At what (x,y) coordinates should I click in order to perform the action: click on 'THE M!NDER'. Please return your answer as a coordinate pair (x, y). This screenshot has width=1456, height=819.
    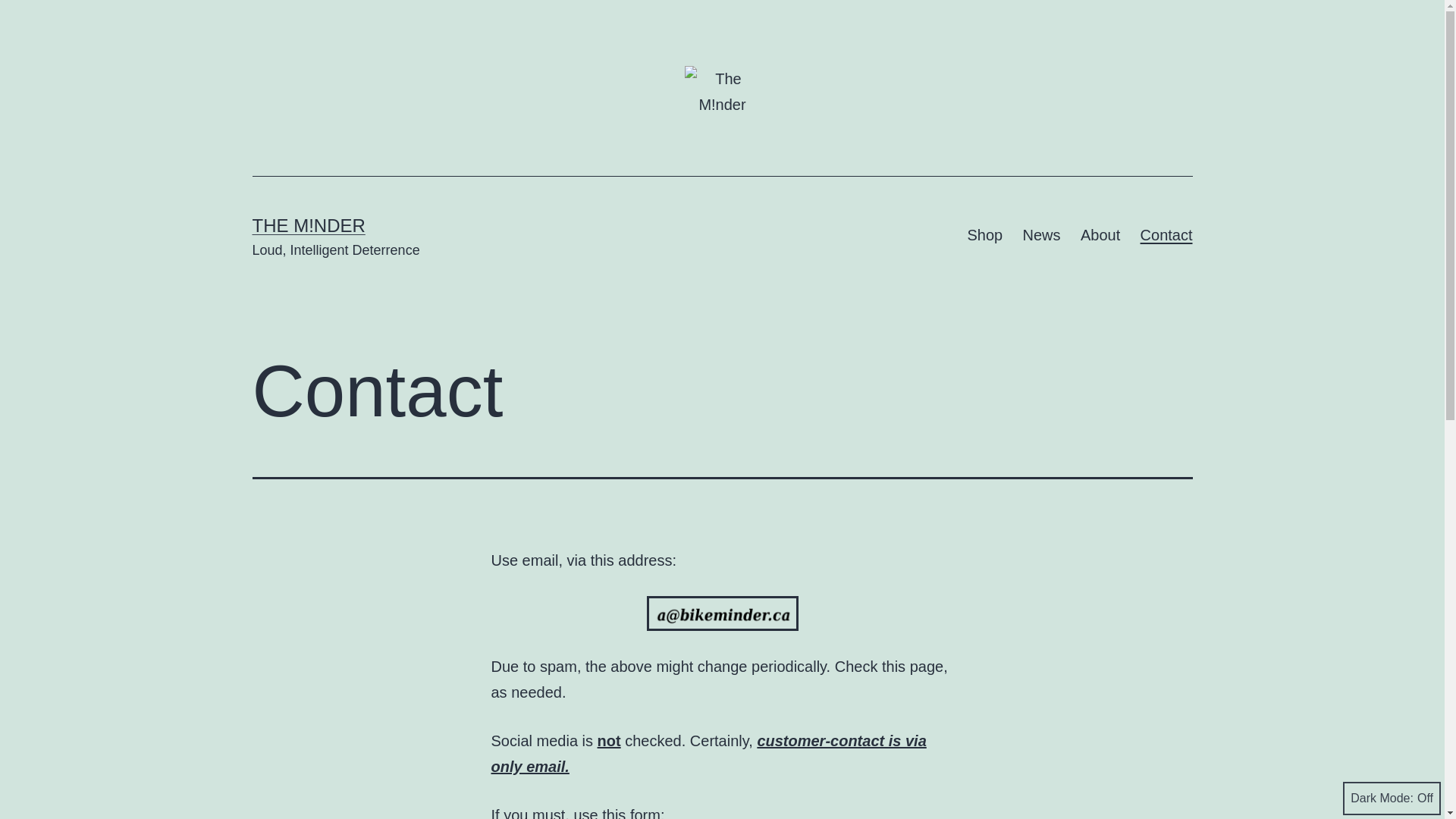
    Looking at the image, I should click on (307, 225).